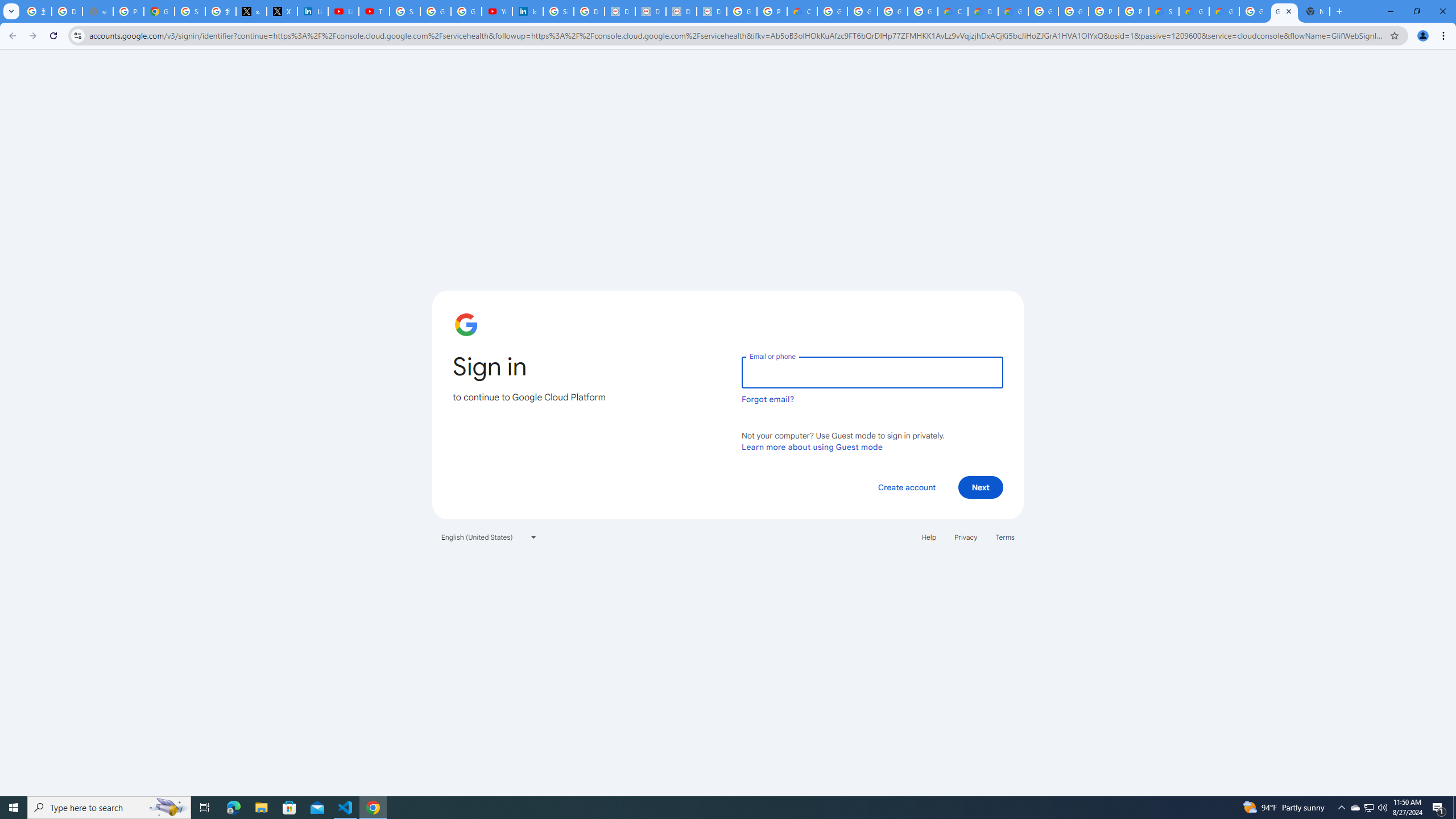 The height and width of the screenshot is (819, 1456). What do you see at coordinates (343, 11) in the screenshot?
I see `'LinkedIn - YouTube'` at bounding box center [343, 11].